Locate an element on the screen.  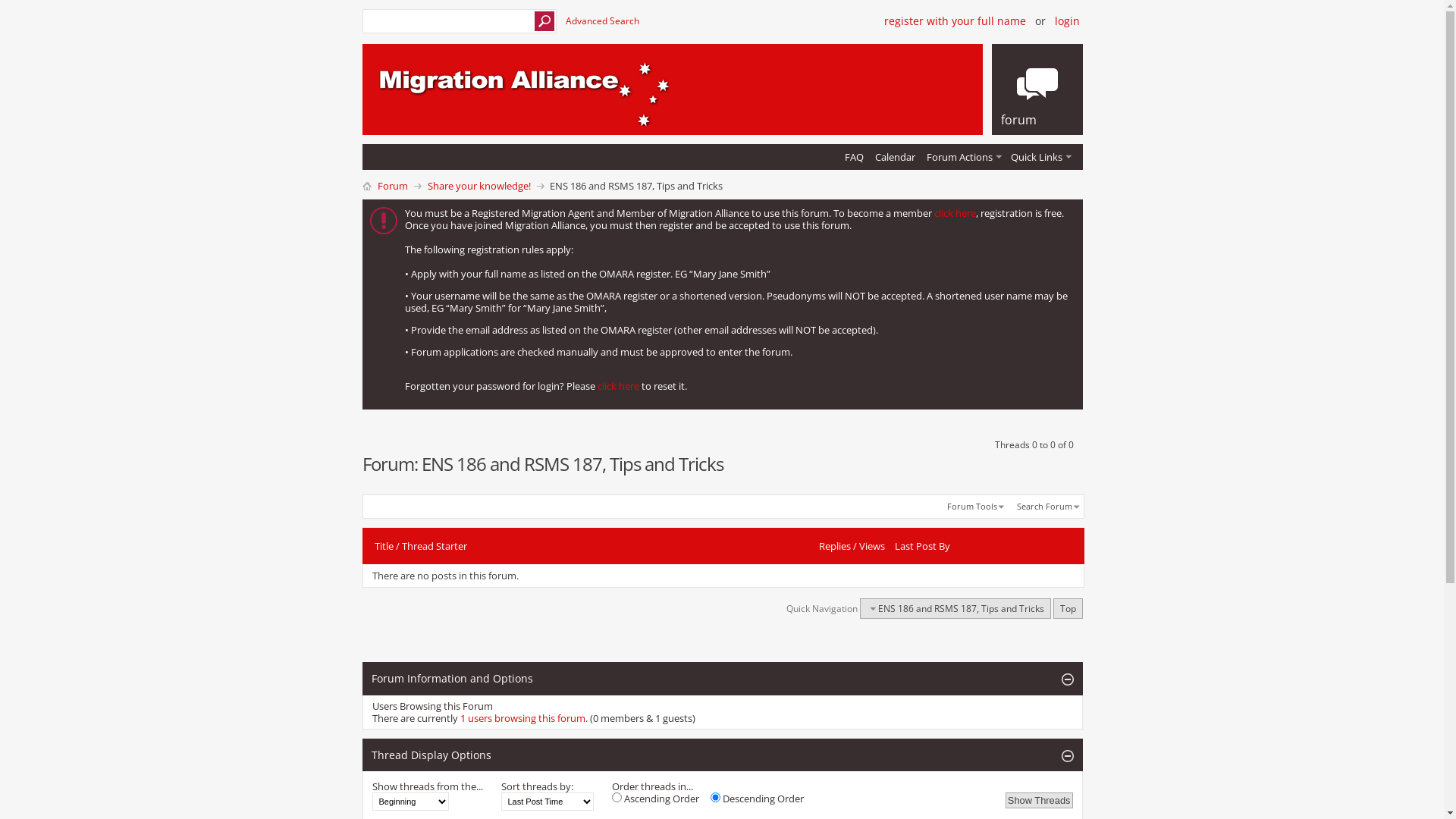
'Calendar' is located at coordinates (870, 157).